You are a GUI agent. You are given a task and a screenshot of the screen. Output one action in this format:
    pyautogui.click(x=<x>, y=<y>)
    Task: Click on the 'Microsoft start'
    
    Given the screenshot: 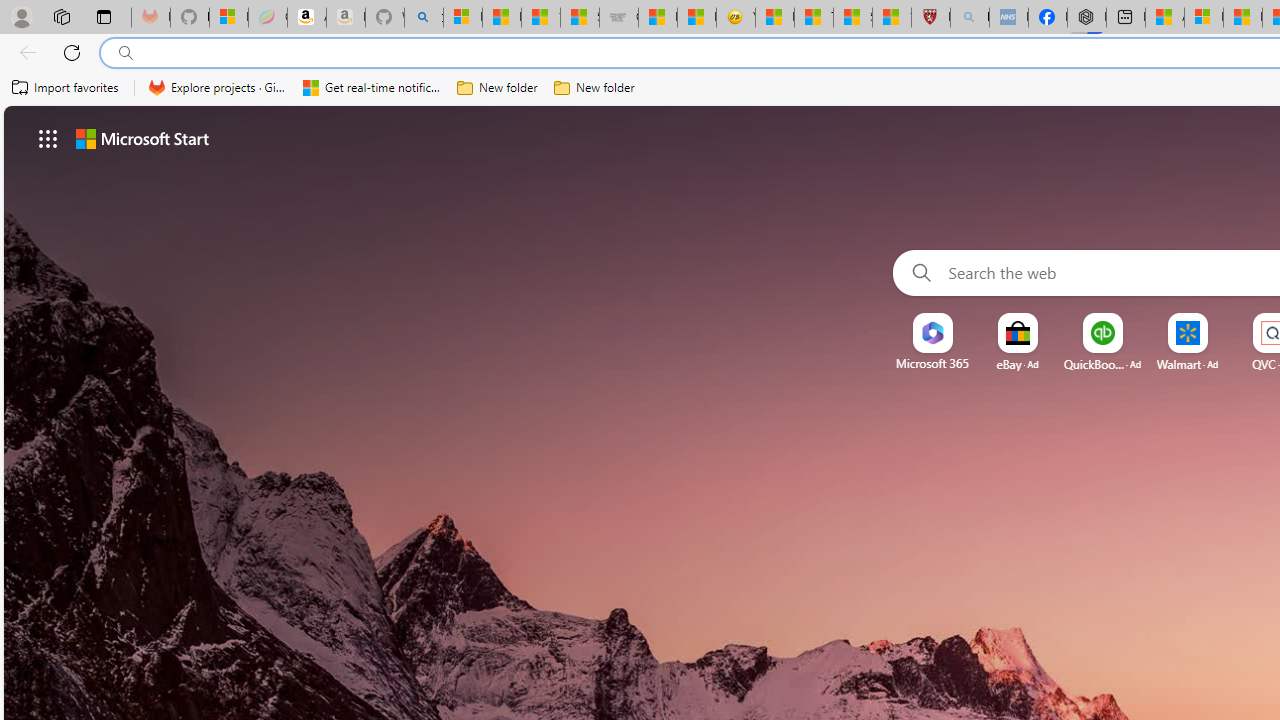 What is the action you would take?
    pyautogui.click(x=141, y=137)
    